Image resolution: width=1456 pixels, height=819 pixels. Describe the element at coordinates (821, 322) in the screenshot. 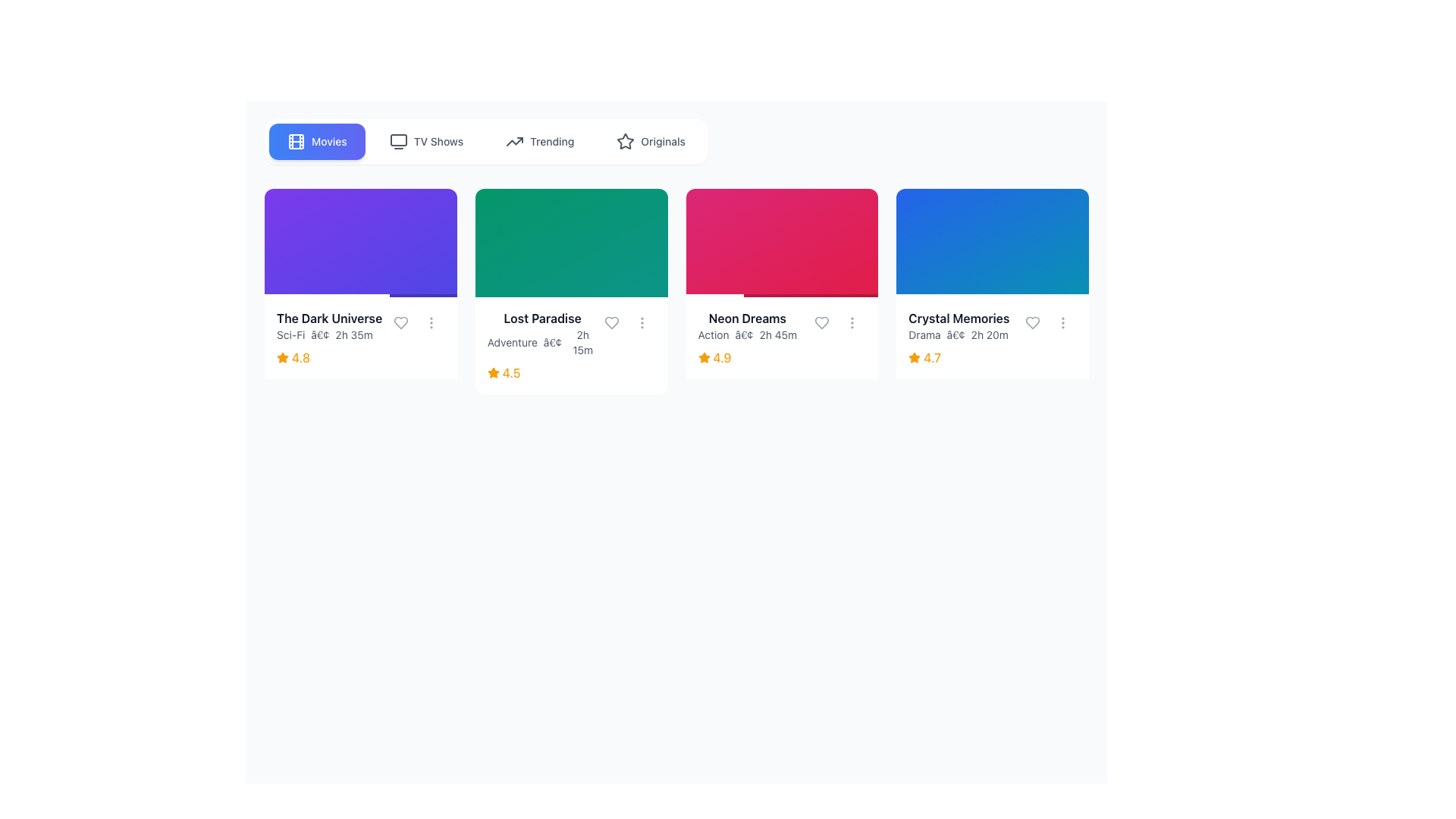

I see `the heart-shaped icon button in the 'Neon Dreams' card` at that location.